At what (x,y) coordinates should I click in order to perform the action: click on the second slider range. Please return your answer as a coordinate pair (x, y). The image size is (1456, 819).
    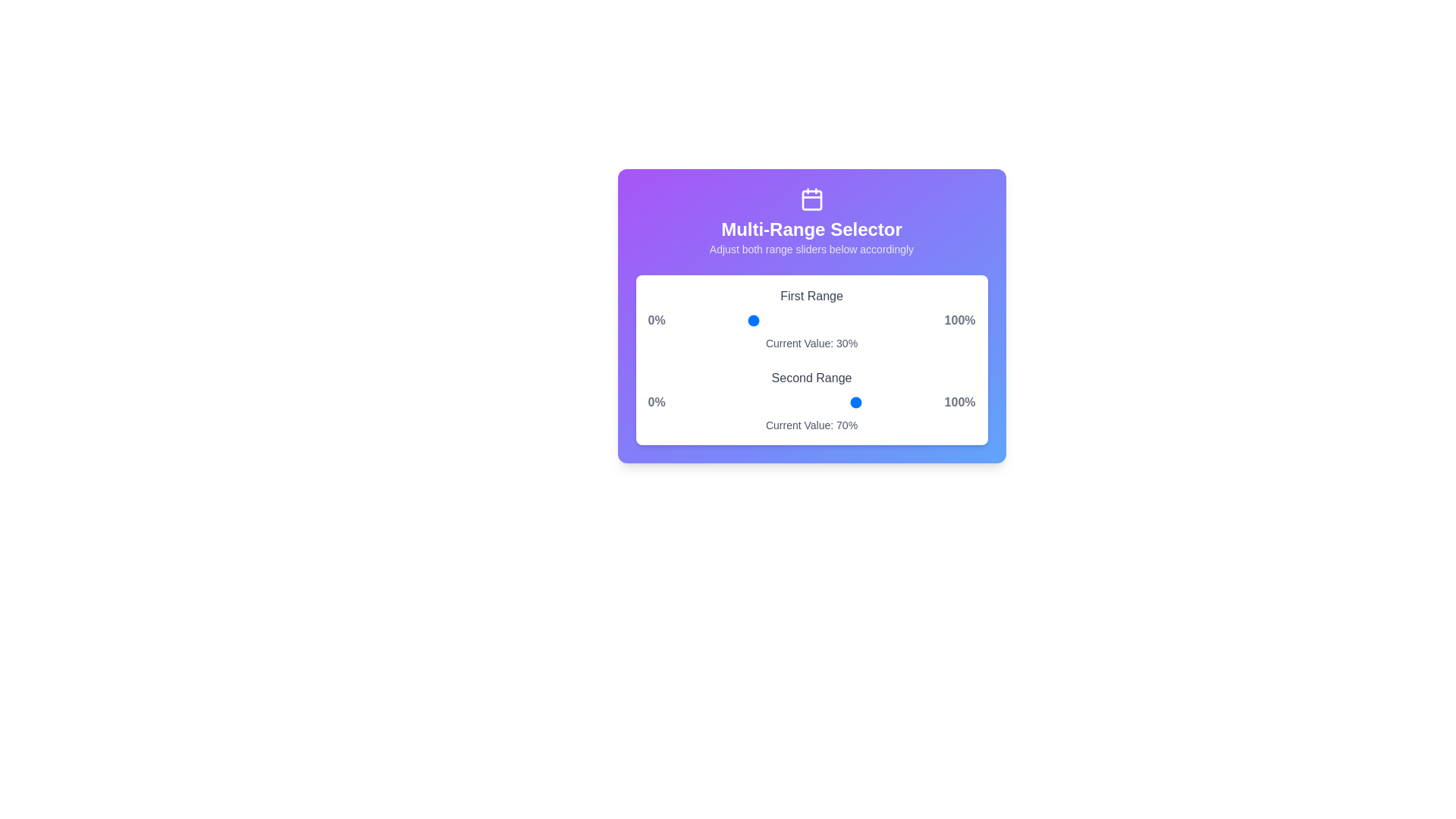
    Looking at the image, I should click on (839, 402).